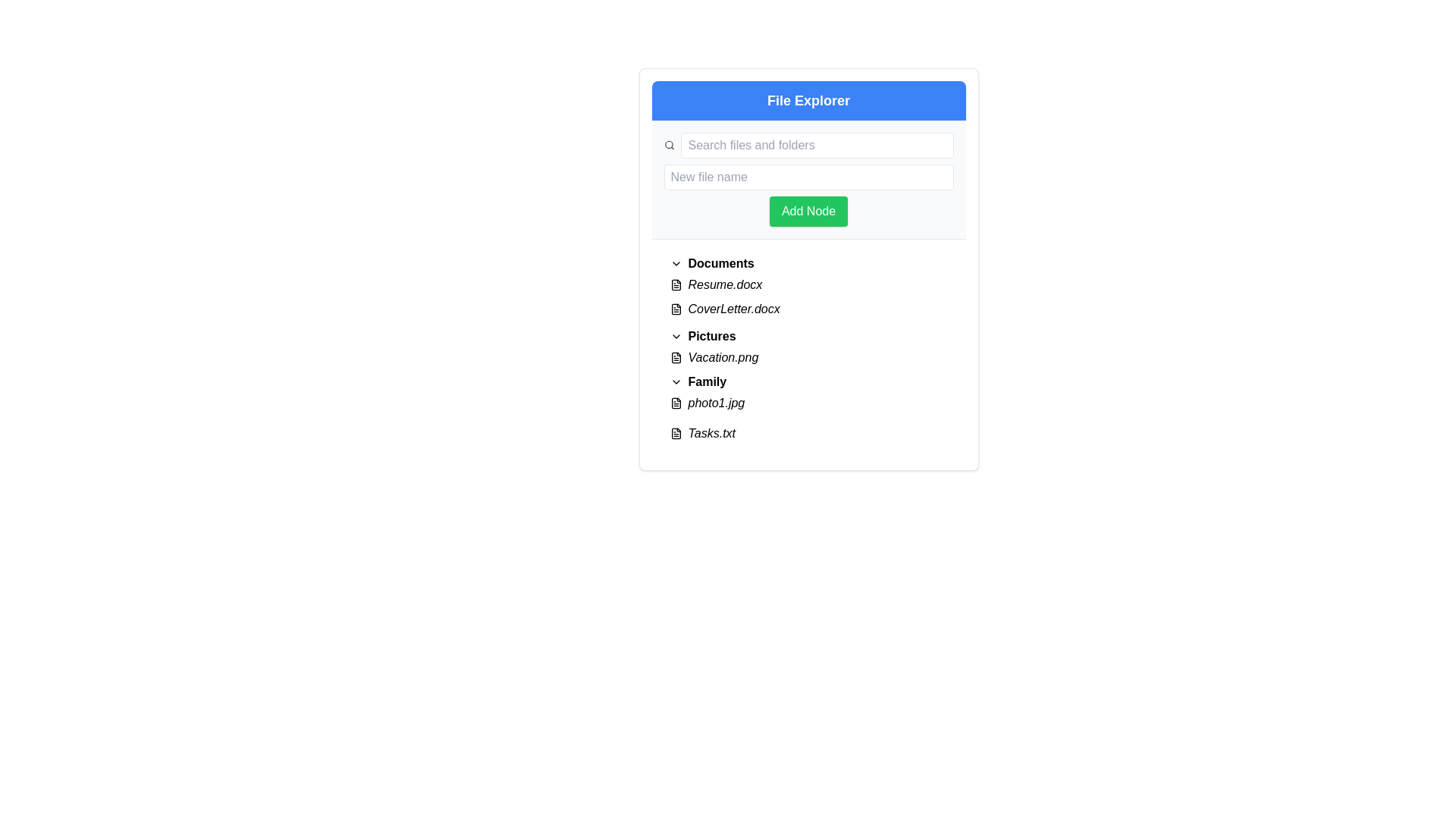 This screenshot has width=1456, height=819. Describe the element at coordinates (808, 100) in the screenshot. I see `the 'File Explorer' label, which is prominently displayed in bold white text on a blue rectangular header at the top of the file management interface` at that location.